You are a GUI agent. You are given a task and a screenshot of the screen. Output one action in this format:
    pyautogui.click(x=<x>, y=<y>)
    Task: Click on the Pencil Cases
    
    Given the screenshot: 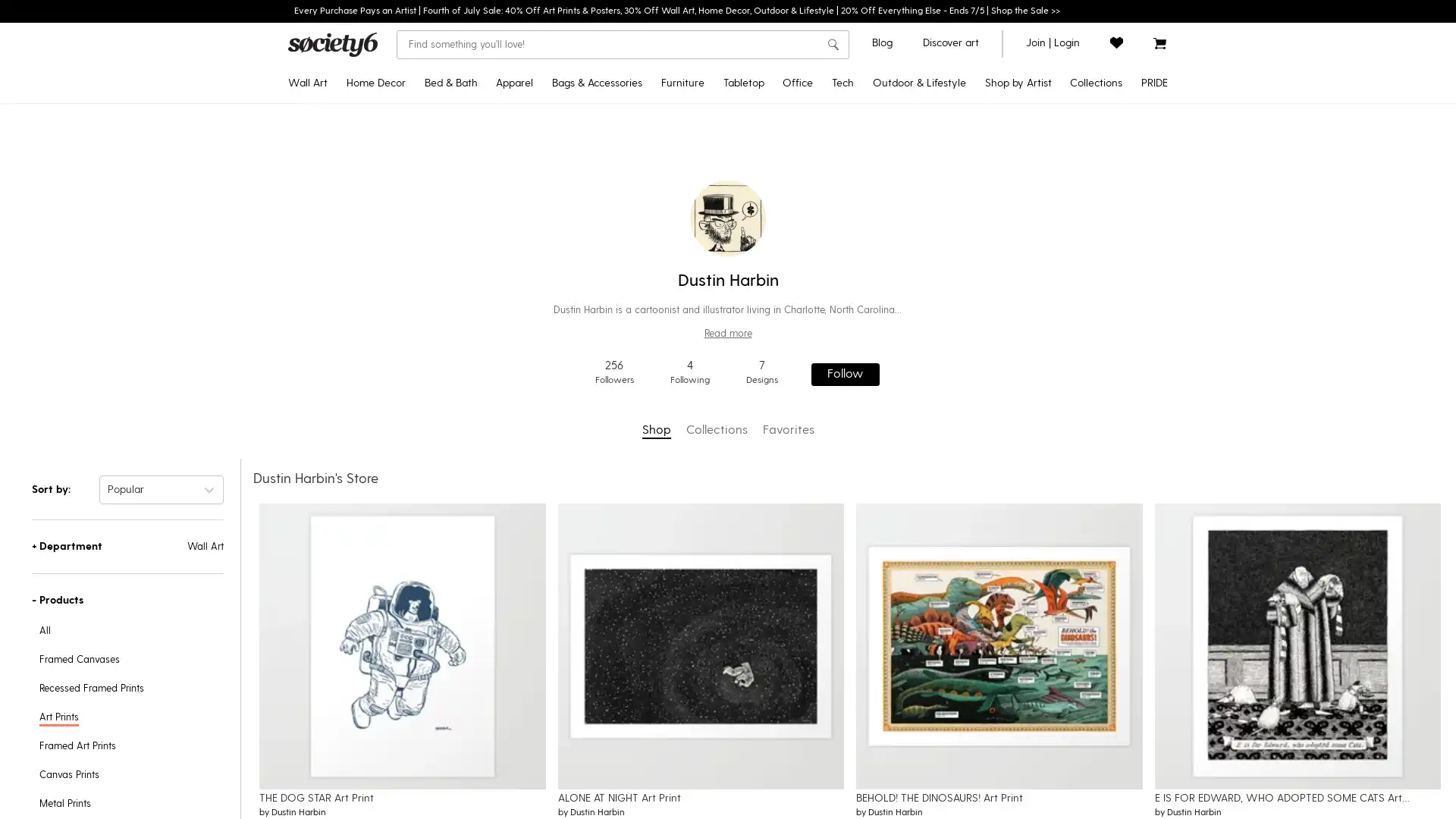 What is the action you would take?
    pyautogui.click(x=835, y=268)
    